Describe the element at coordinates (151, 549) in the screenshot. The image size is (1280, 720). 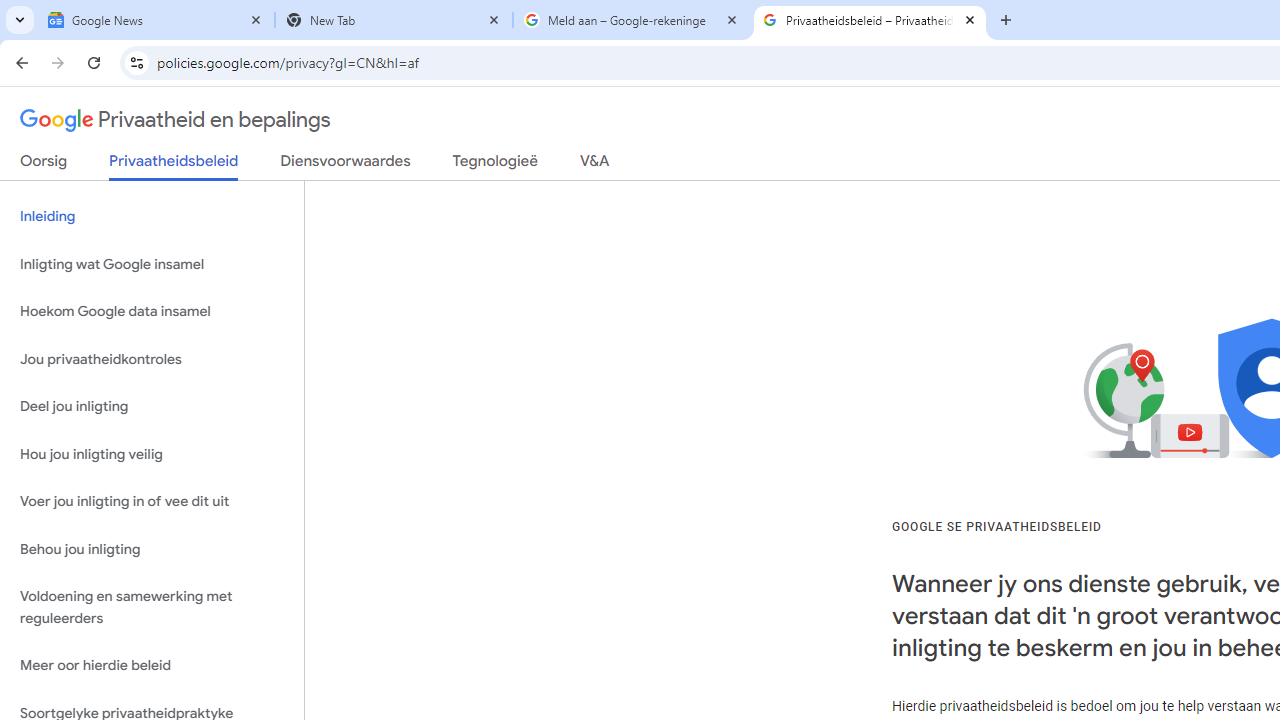
I see `'Behou jou inligting'` at that location.